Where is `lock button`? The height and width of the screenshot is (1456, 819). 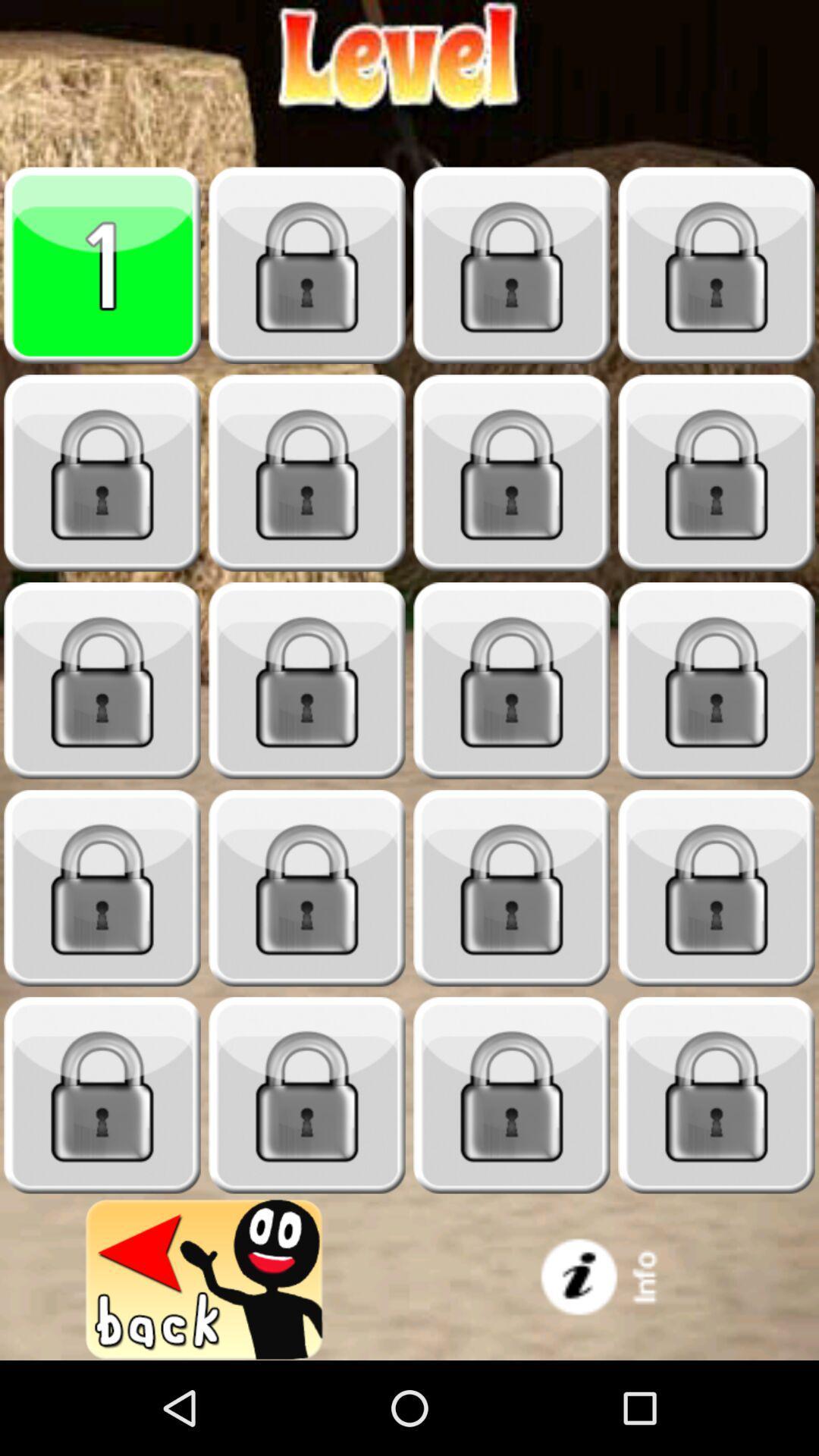 lock button is located at coordinates (717, 680).